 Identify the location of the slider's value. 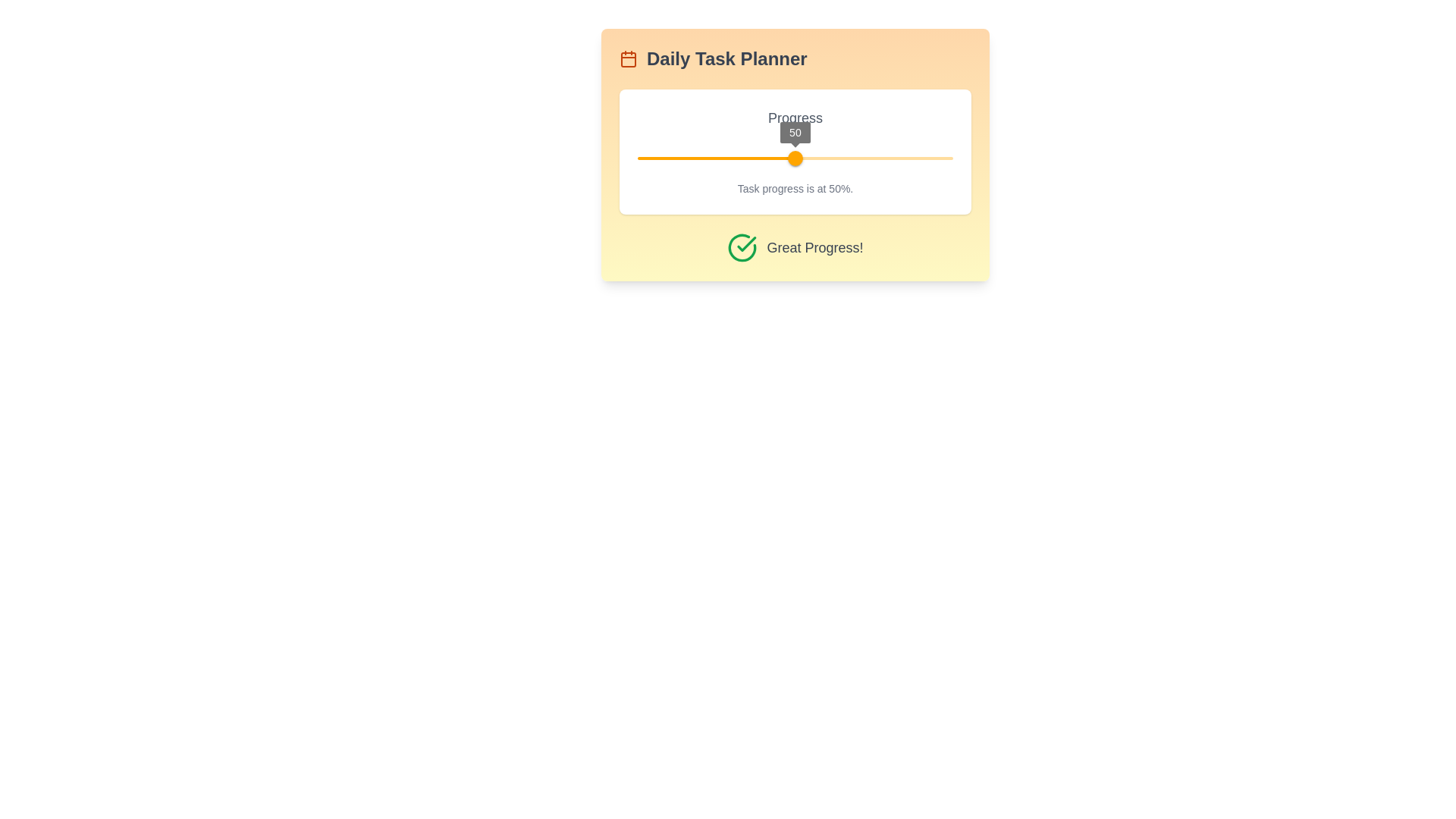
(725, 158).